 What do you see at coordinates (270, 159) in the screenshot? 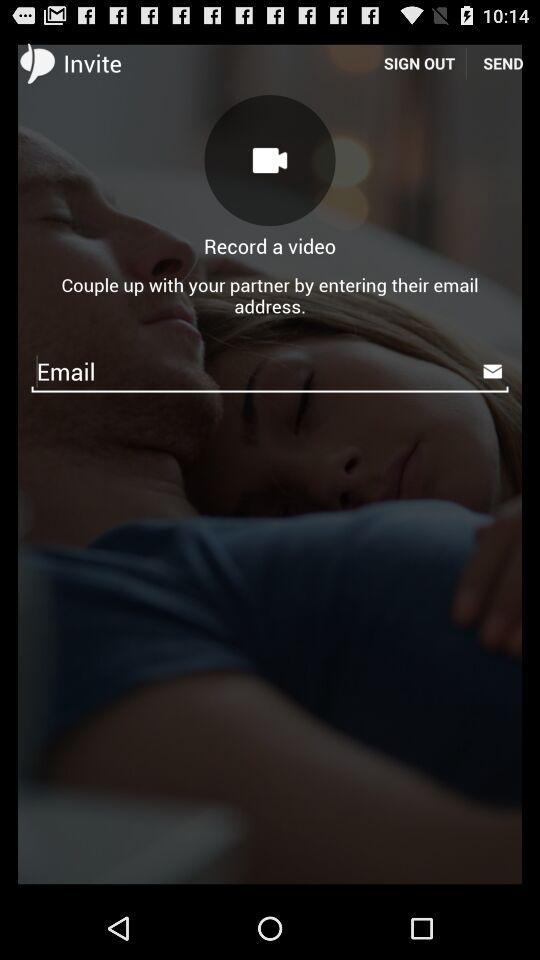
I see `the item to the left of the sign out icon` at bounding box center [270, 159].